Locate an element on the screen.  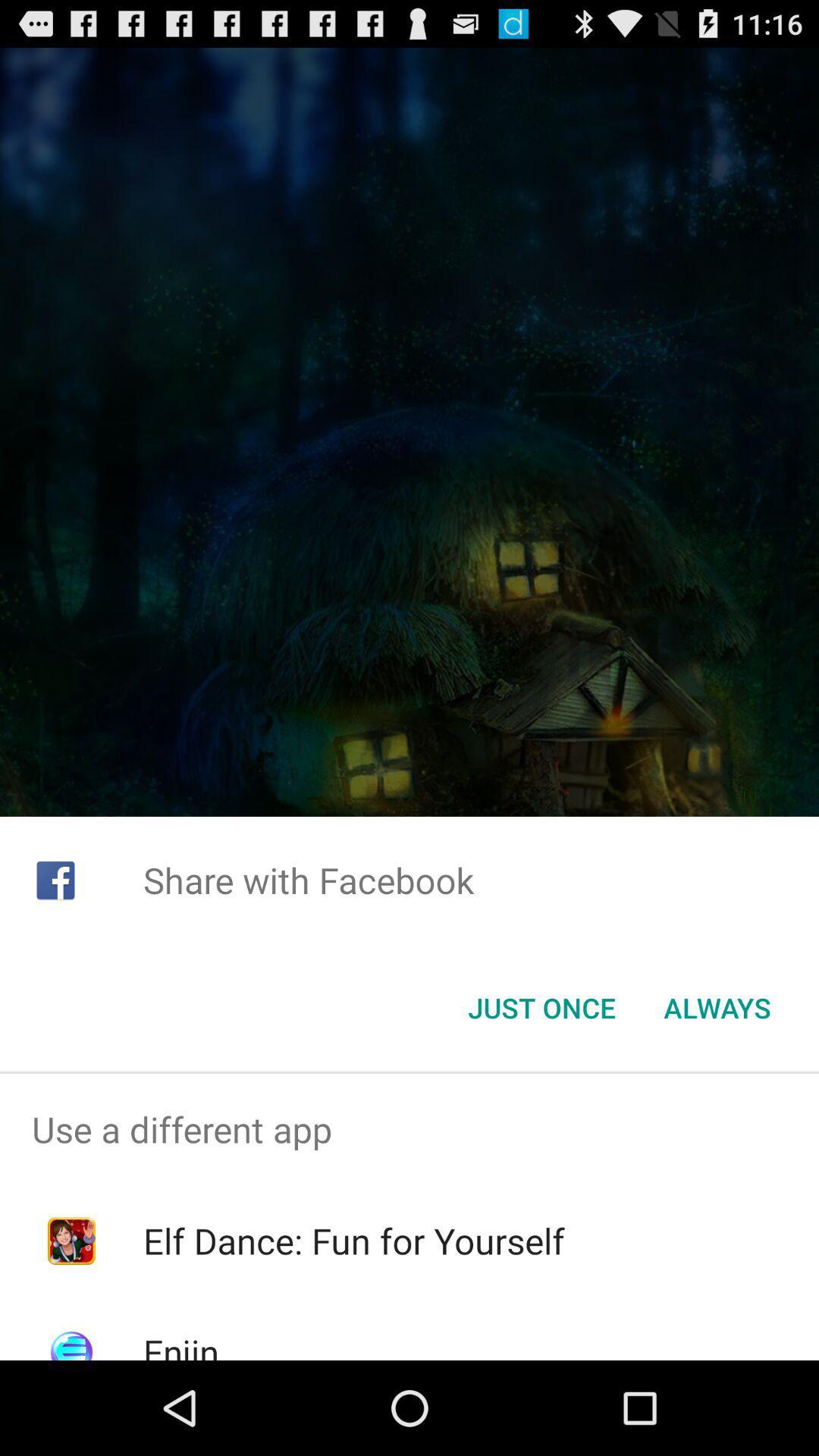
the app below the share with facebook app is located at coordinates (541, 1008).